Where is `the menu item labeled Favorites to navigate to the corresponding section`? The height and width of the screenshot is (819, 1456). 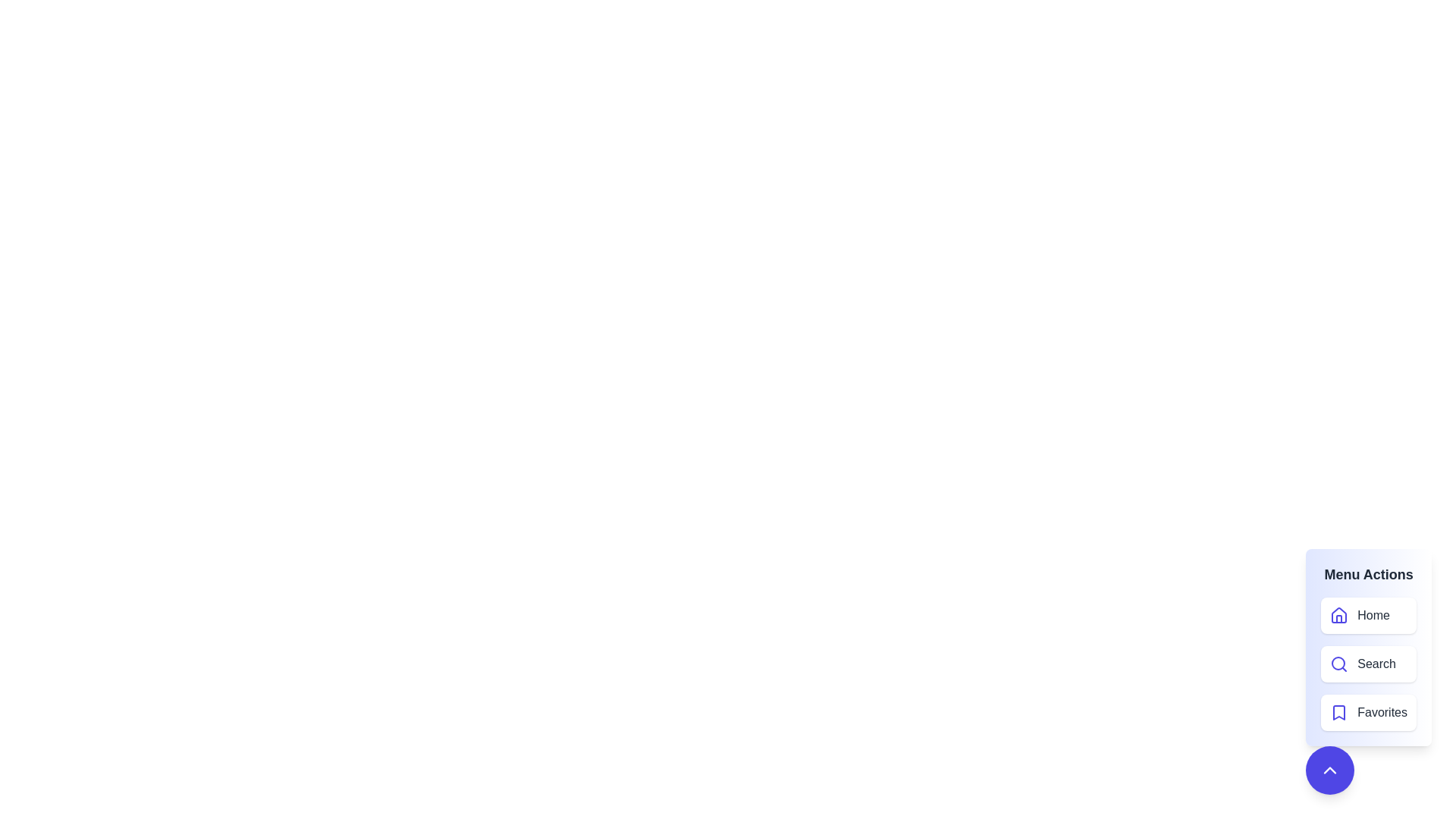
the menu item labeled Favorites to navigate to the corresponding section is located at coordinates (1369, 713).